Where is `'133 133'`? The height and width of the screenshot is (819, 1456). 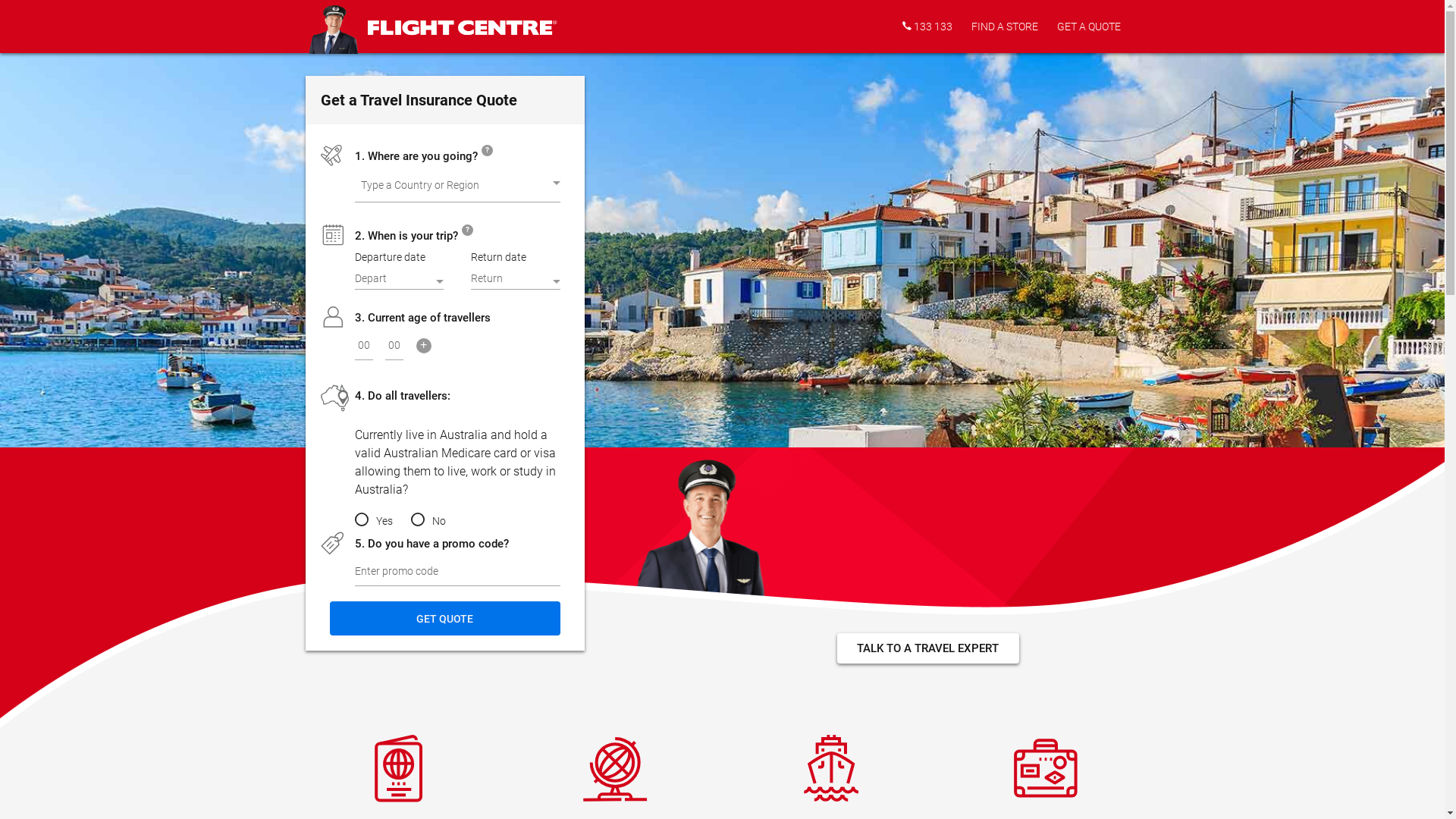
'133 133' is located at coordinates (927, 26).